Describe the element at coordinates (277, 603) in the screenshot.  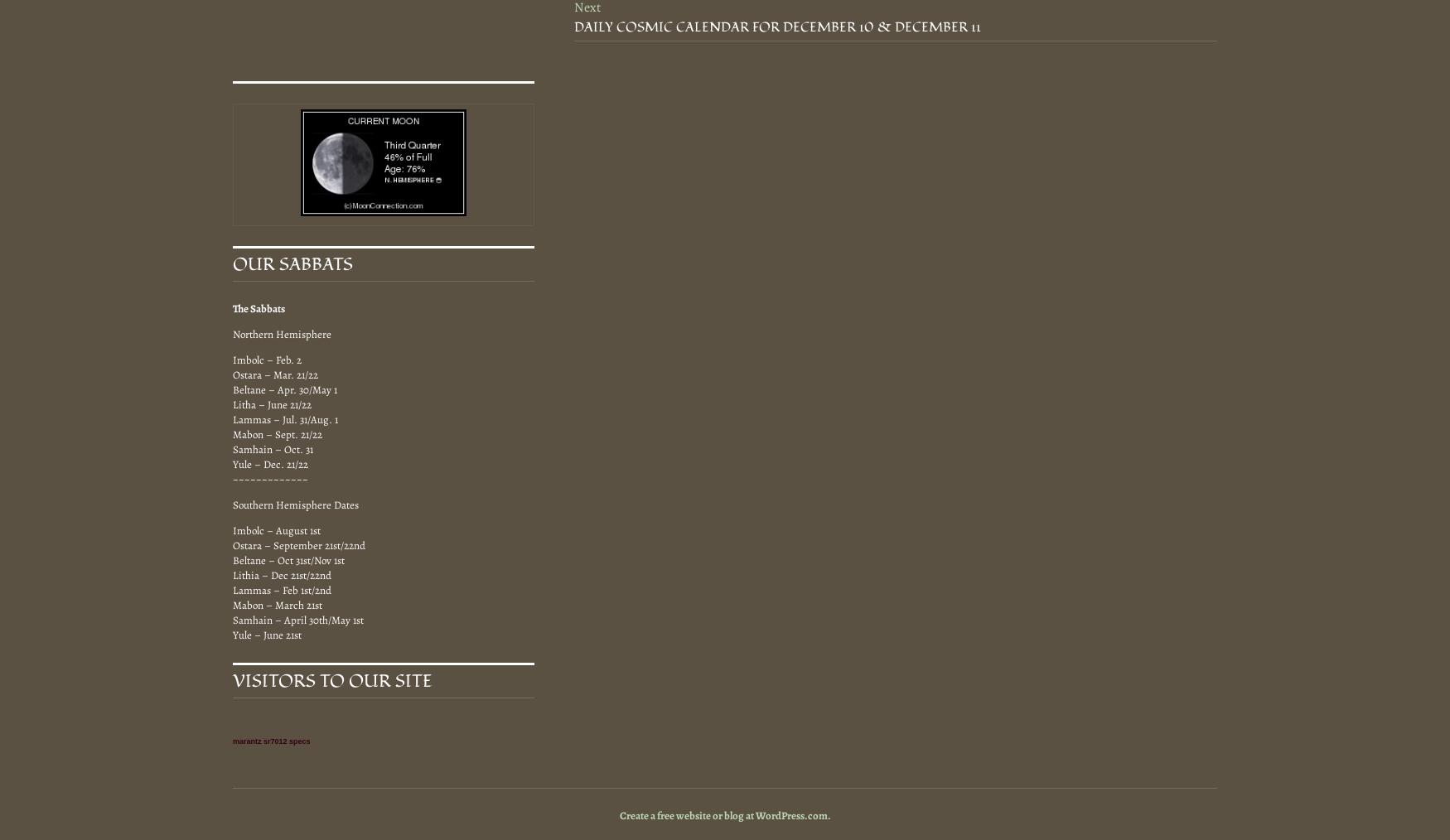
I see `'Mabon – March 21st'` at that location.